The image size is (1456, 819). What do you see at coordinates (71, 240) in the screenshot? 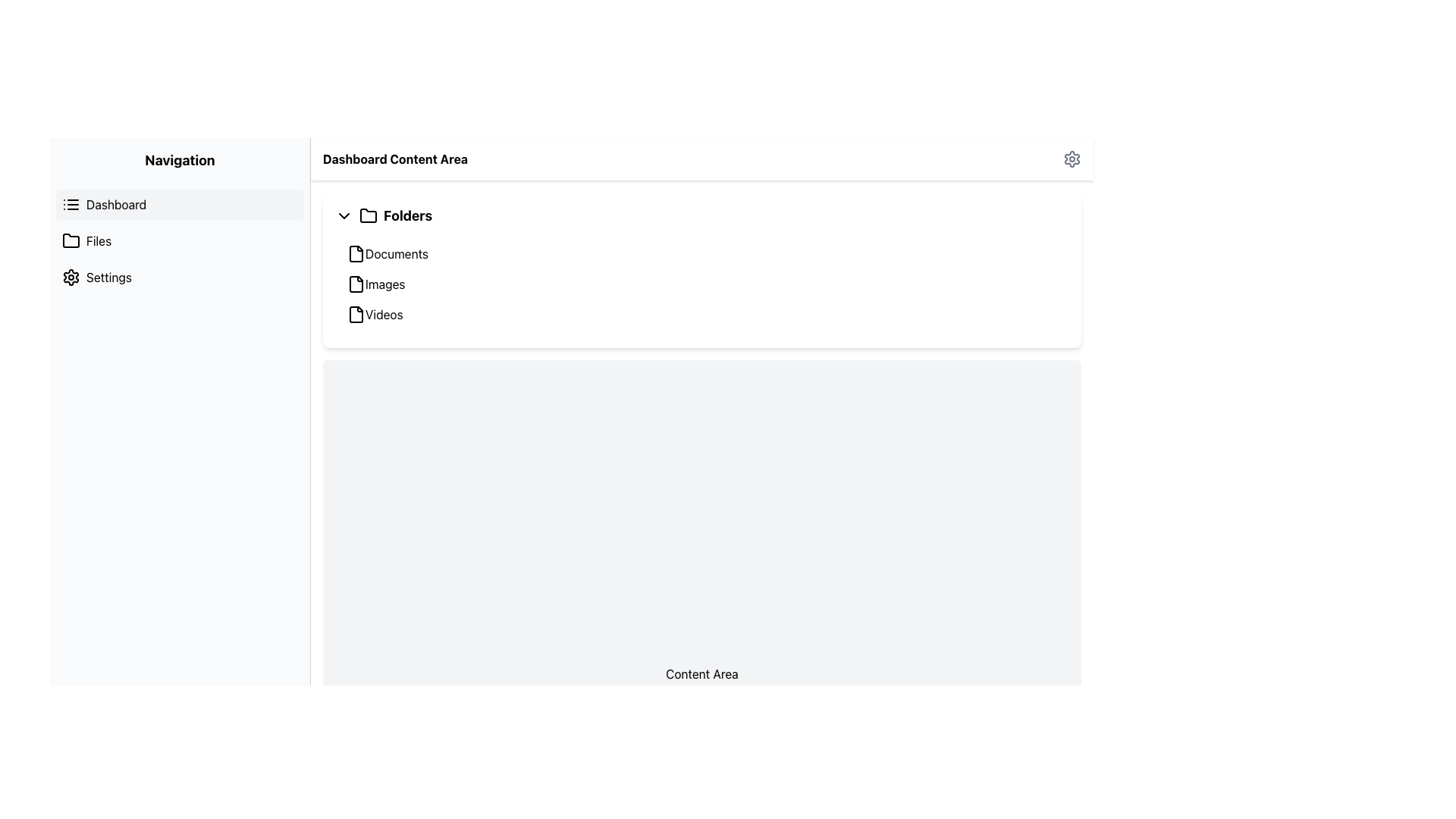
I see `the folder icon representing file management in the navigation sidebar, located to the left of the 'Files' label` at bounding box center [71, 240].